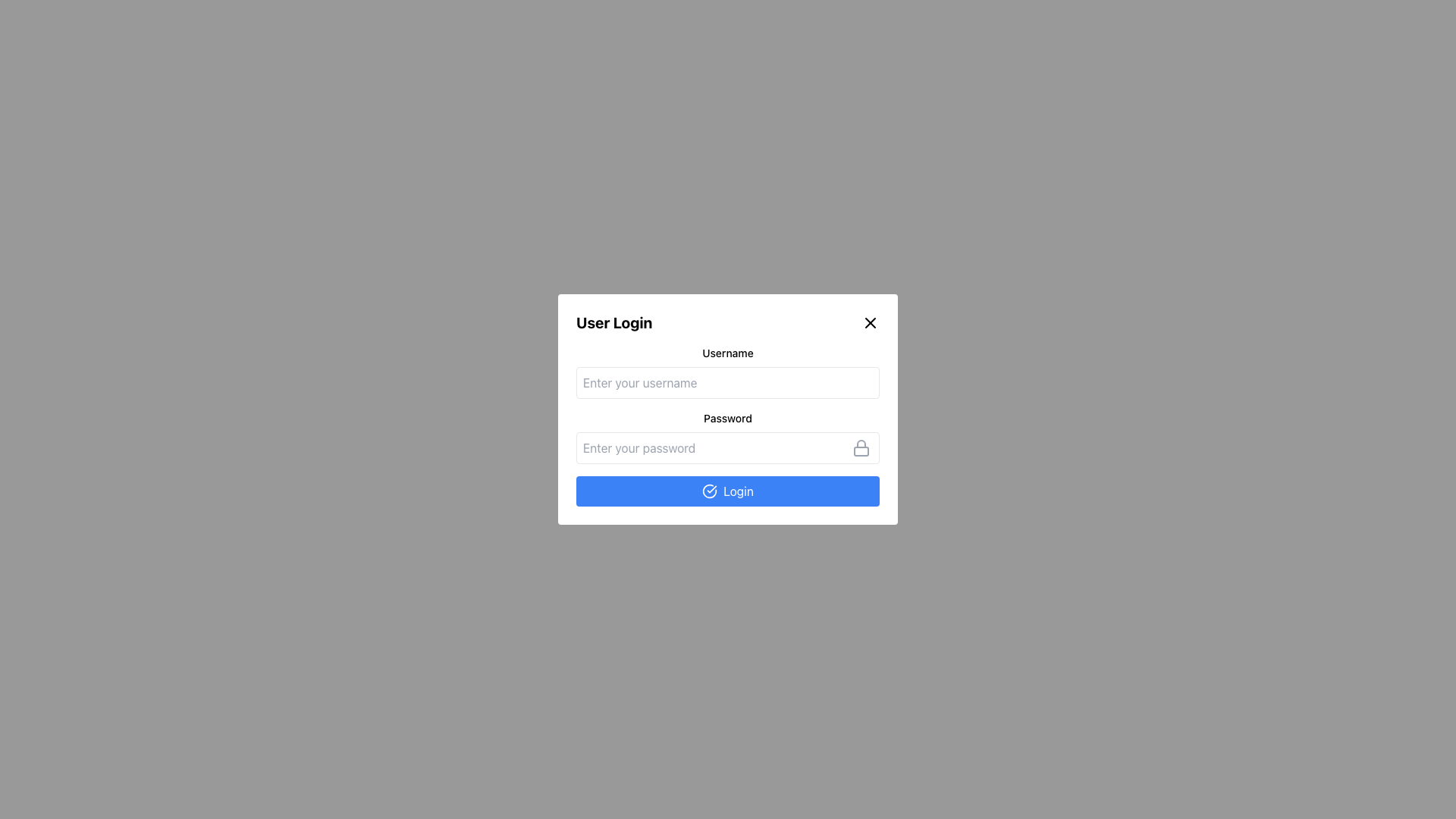  What do you see at coordinates (861, 447) in the screenshot?
I see `the security icon located on the right side of the password input field, which visually signifies that the password field is secure` at bounding box center [861, 447].